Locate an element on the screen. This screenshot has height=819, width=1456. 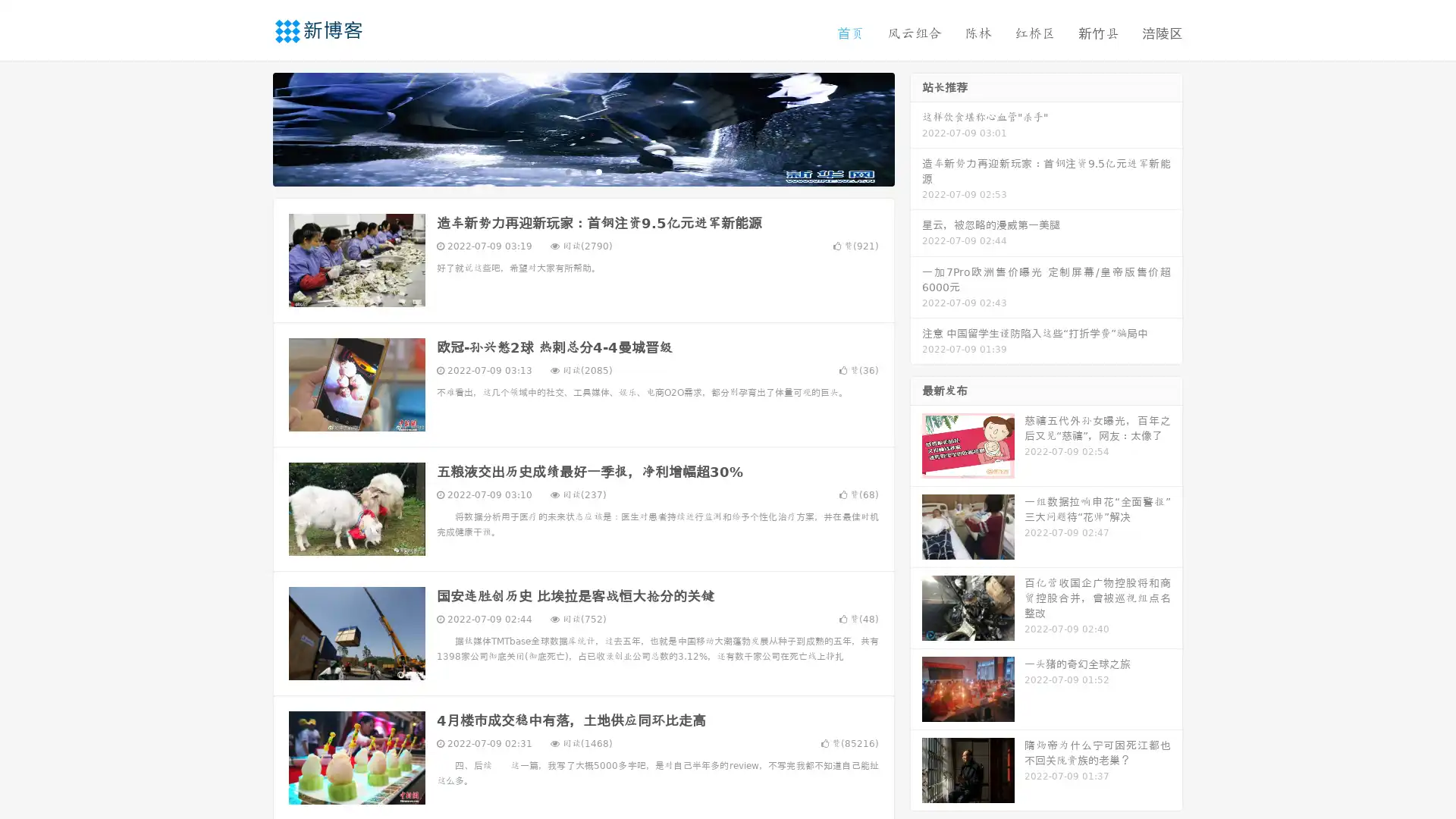
Go to slide 1 is located at coordinates (567, 171).